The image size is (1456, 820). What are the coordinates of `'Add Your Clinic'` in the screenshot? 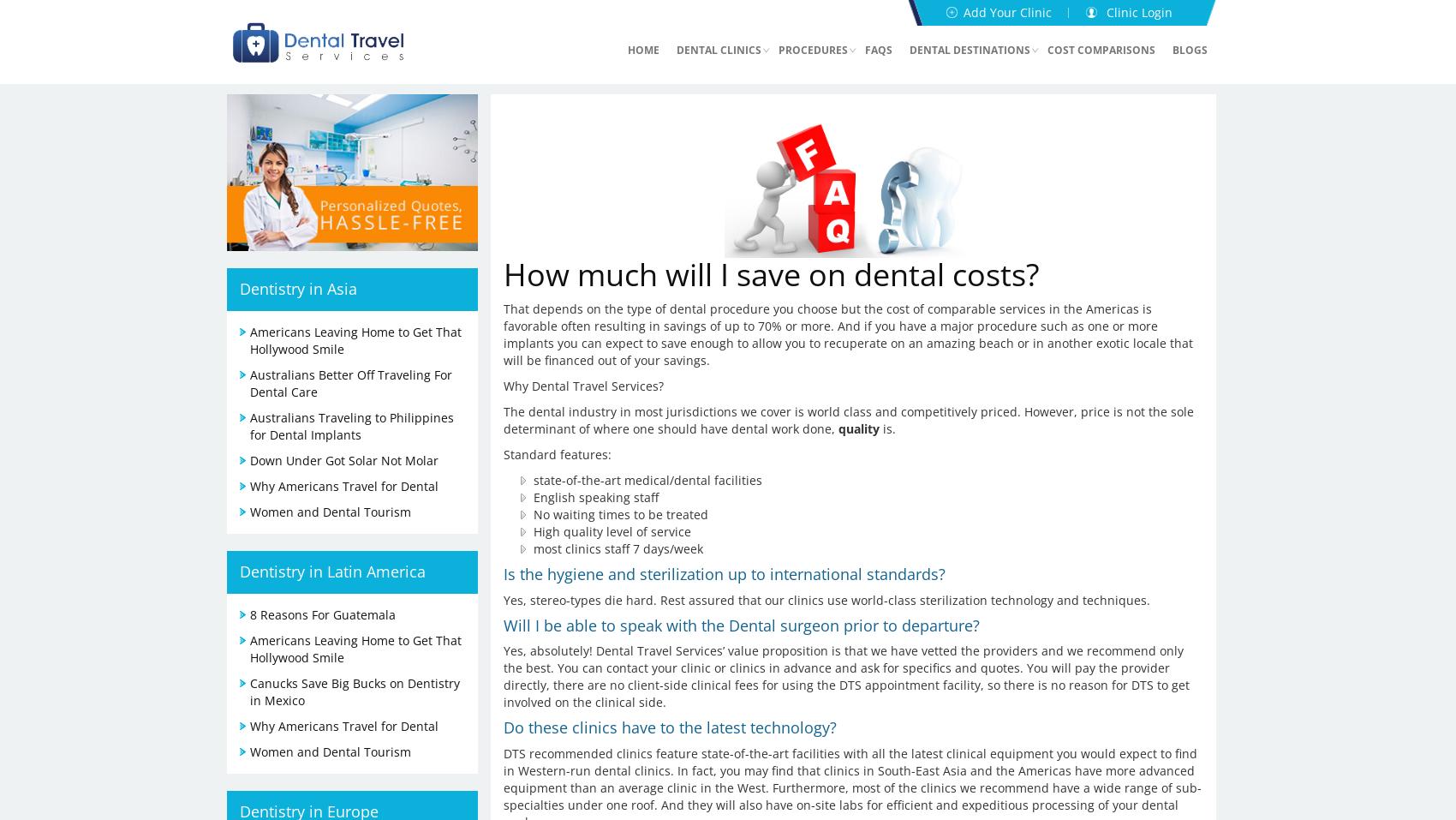 It's located at (1006, 11).